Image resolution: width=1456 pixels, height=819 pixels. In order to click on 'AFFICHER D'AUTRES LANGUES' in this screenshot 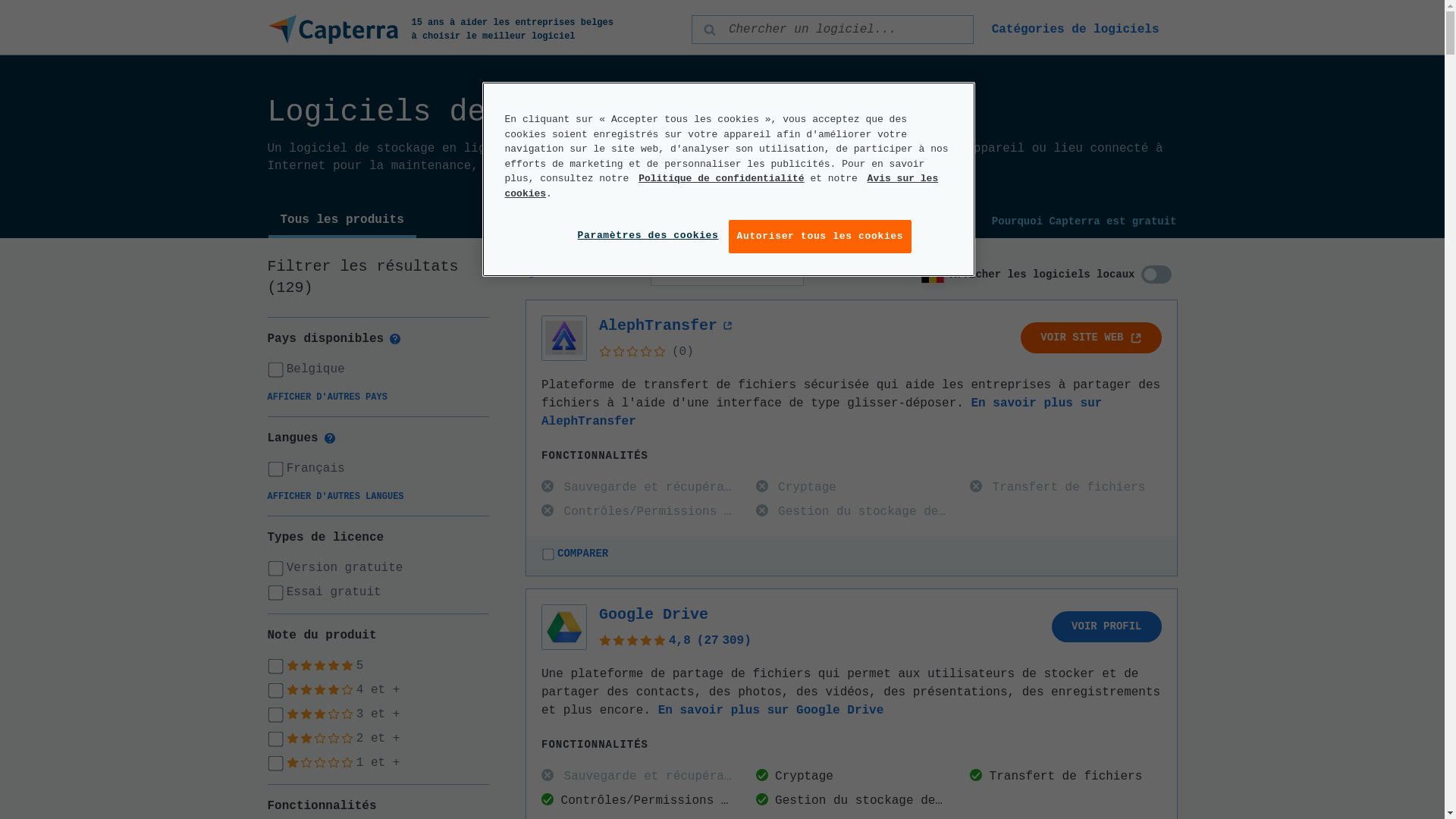, I will do `click(334, 497)`.